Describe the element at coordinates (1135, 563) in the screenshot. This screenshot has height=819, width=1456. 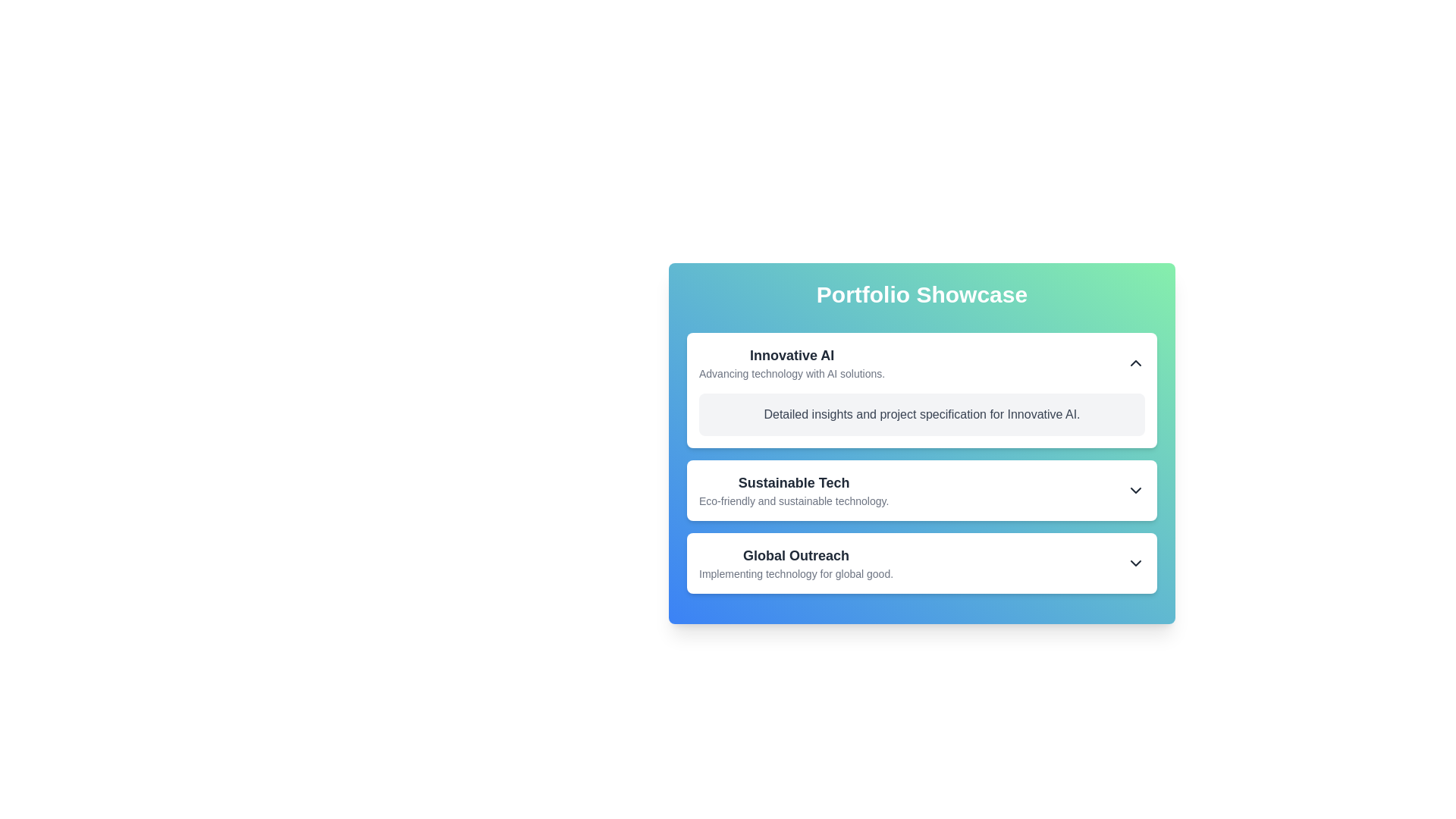
I see `the icon button resembling a downward-pointing chevron arrow located at the far right end near the text 'Global Outreach'` at that location.